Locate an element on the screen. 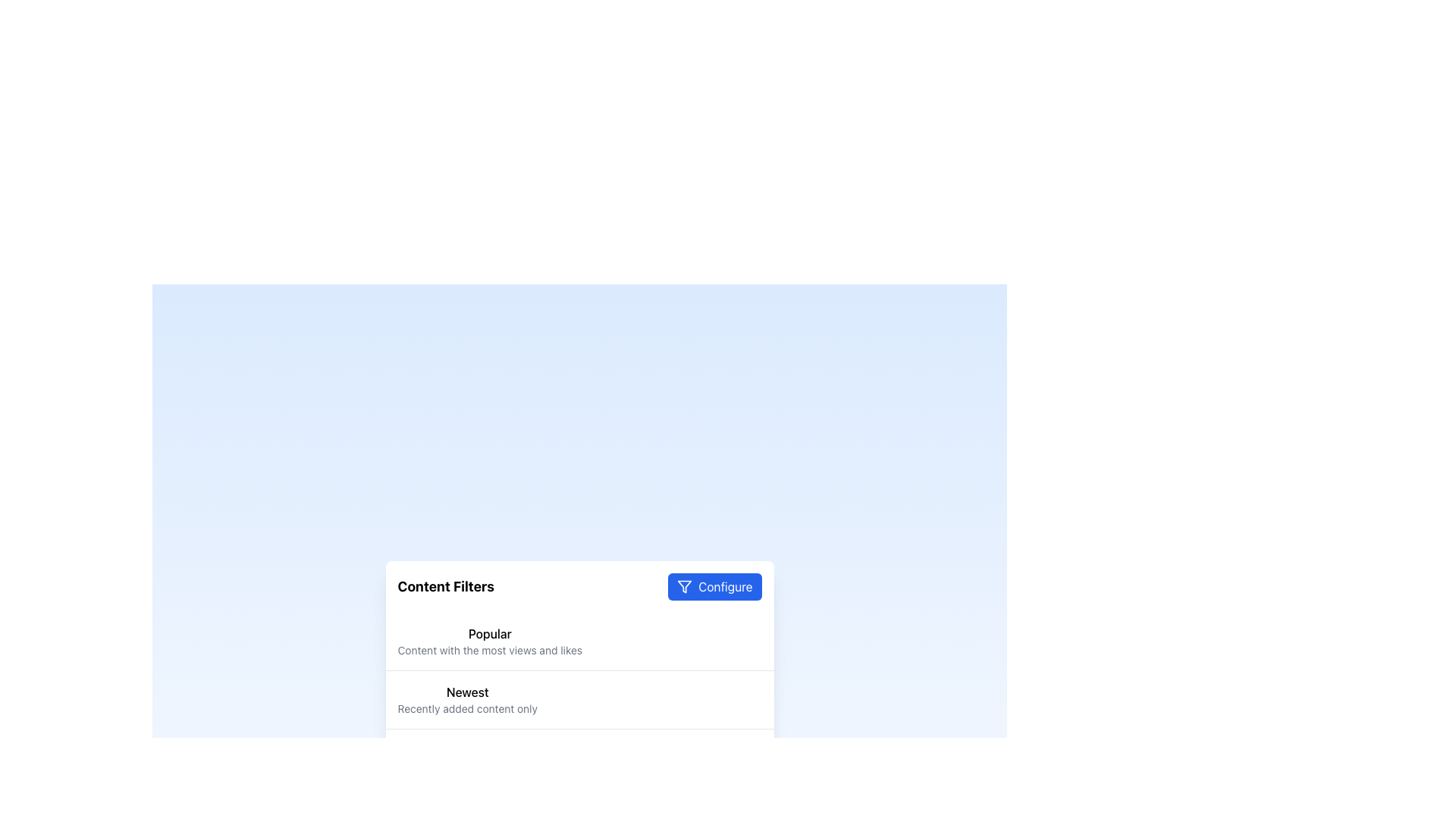 The width and height of the screenshot is (1456, 819). the small, outlined blue filter icon within the 'Configure' button located in the upper-right corner of the 'Content Filters' card is located at coordinates (684, 586).